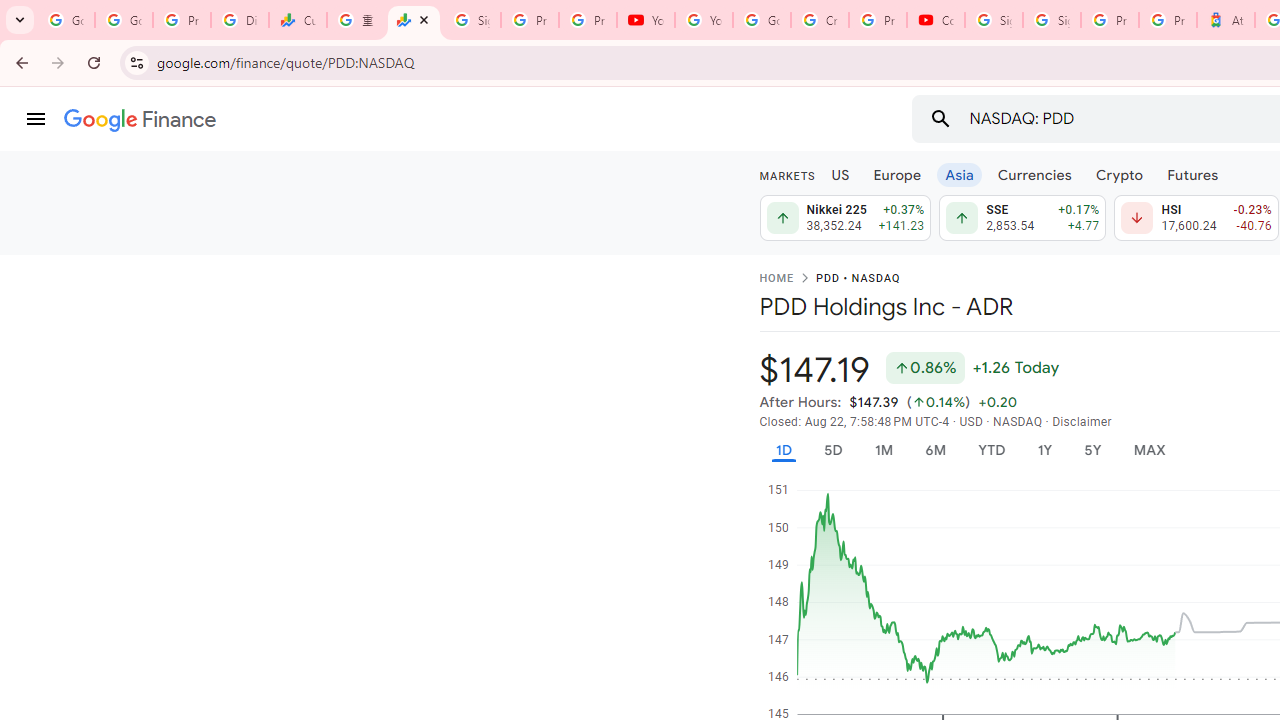 Image resolution: width=1280 pixels, height=720 pixels. What do you see at coordinates (958, 173) in the screenshot?
I see `'Asia'` at bounding box center [958, 173].